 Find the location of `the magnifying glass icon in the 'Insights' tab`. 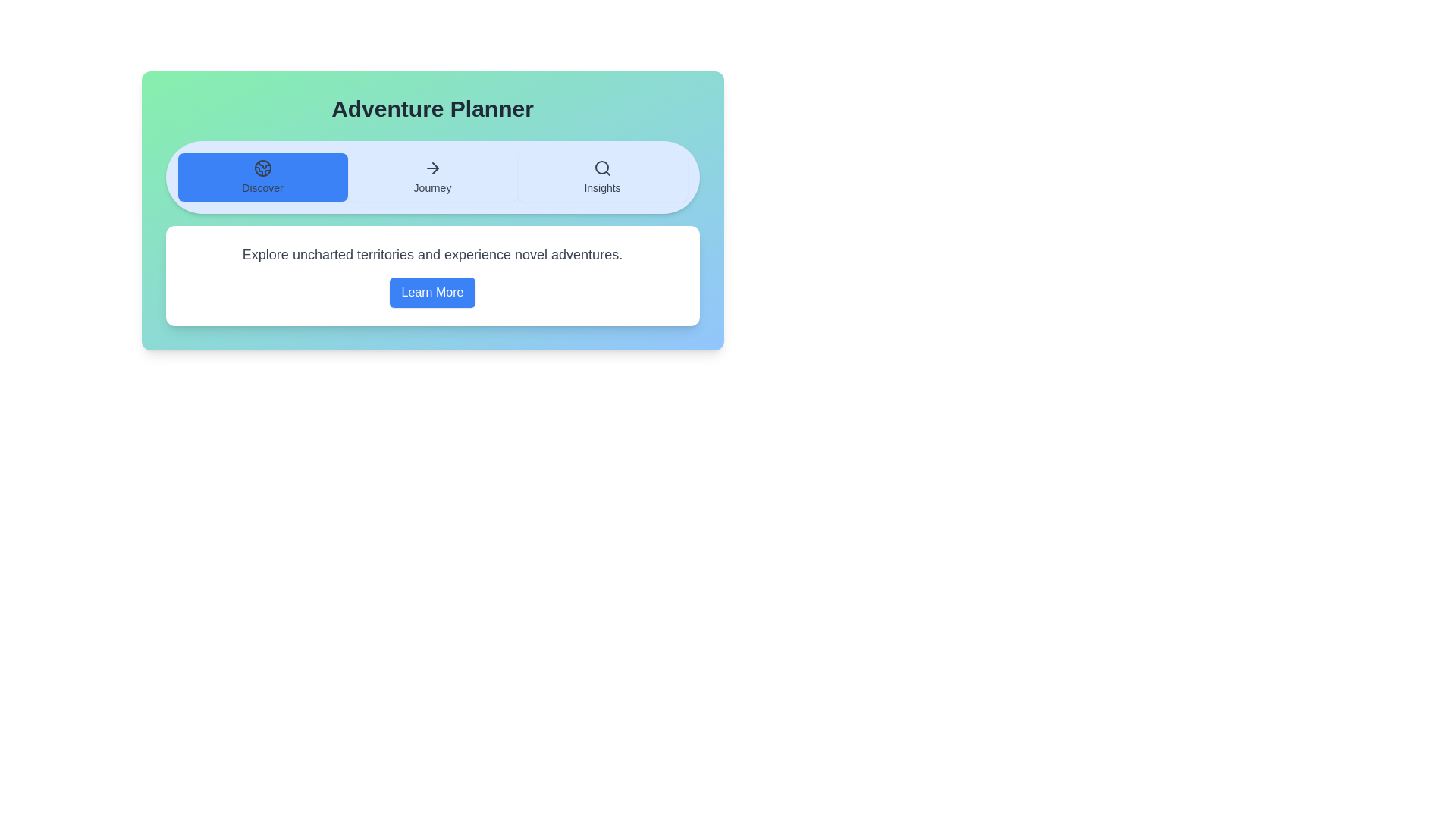

the magnifying glass icon in the 'Insights' tab is located at coordinates (601, 168).